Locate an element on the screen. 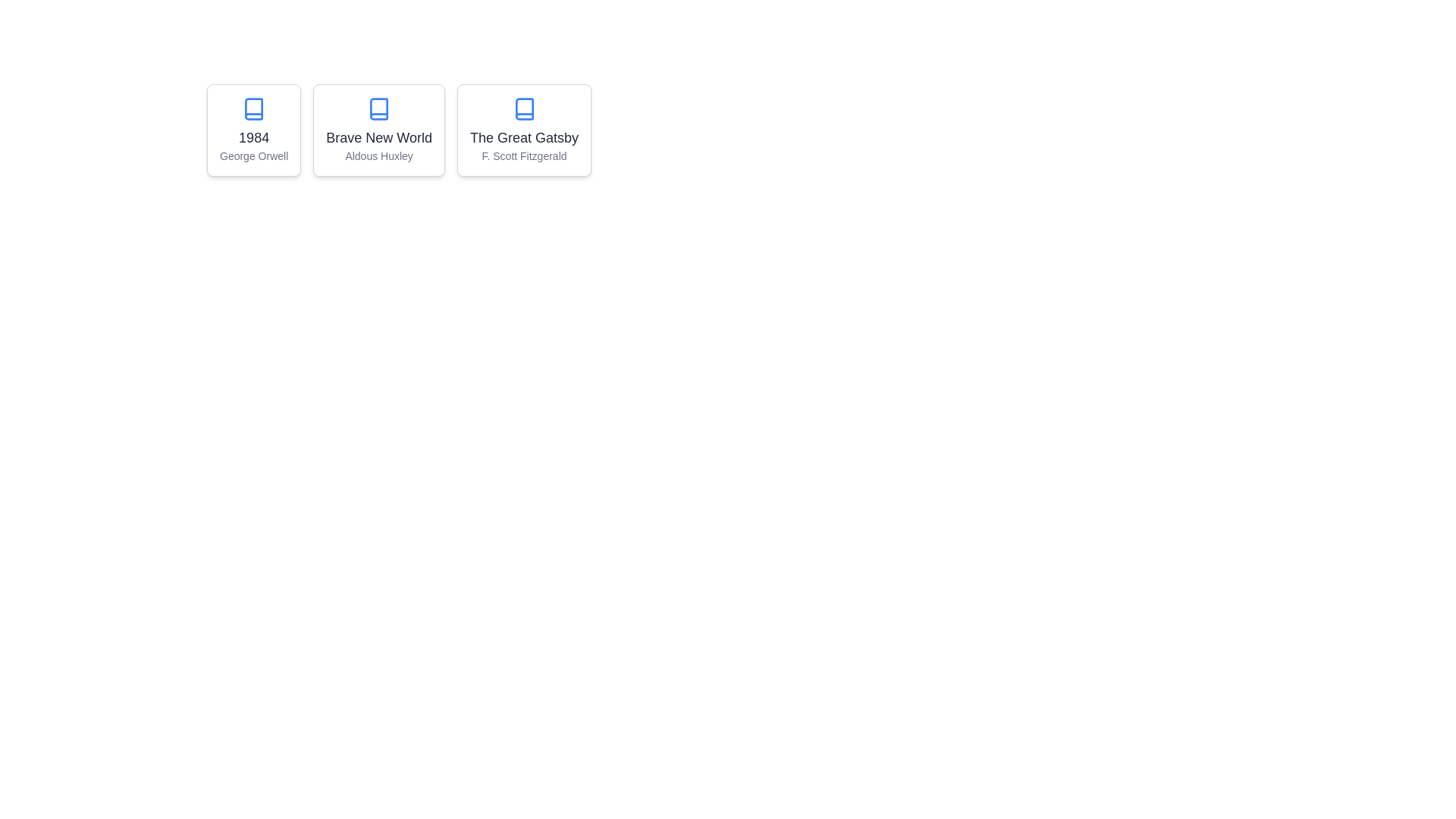 This screenshot has width=1456, height=819. the card displaying 'The Great Gatsby' by F. Scott Fitzgerald, which is the third card in a horizontal sequence of cards with a white background and book icon is located at coordinates (524, 130).